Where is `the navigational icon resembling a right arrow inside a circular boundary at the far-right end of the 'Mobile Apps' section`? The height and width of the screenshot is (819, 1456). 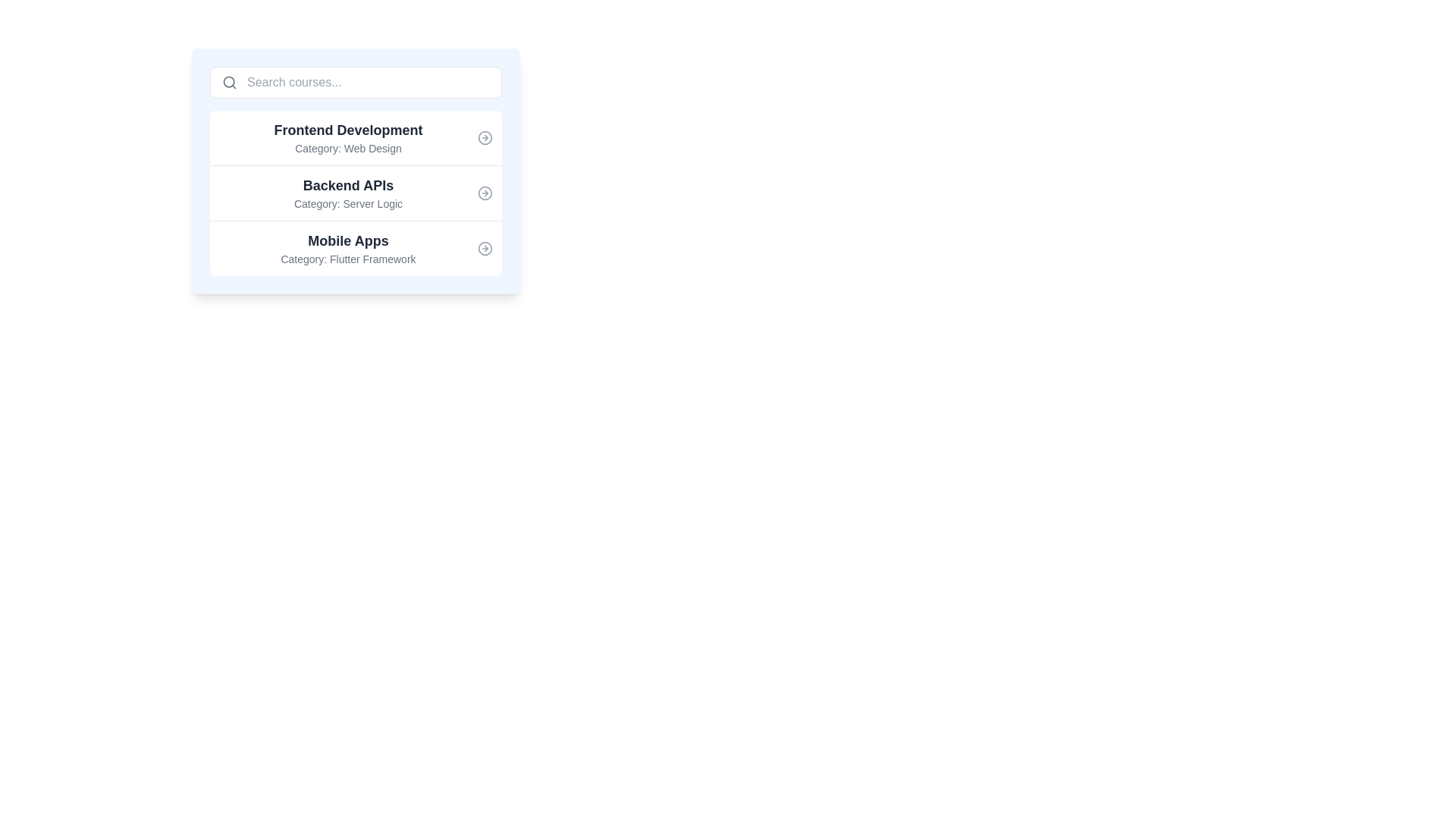
the navigational icon resembling a right arrow inside a circular boundary at the far-right end of the 'Mobile Apps' section is located at coordinates (484, 247).